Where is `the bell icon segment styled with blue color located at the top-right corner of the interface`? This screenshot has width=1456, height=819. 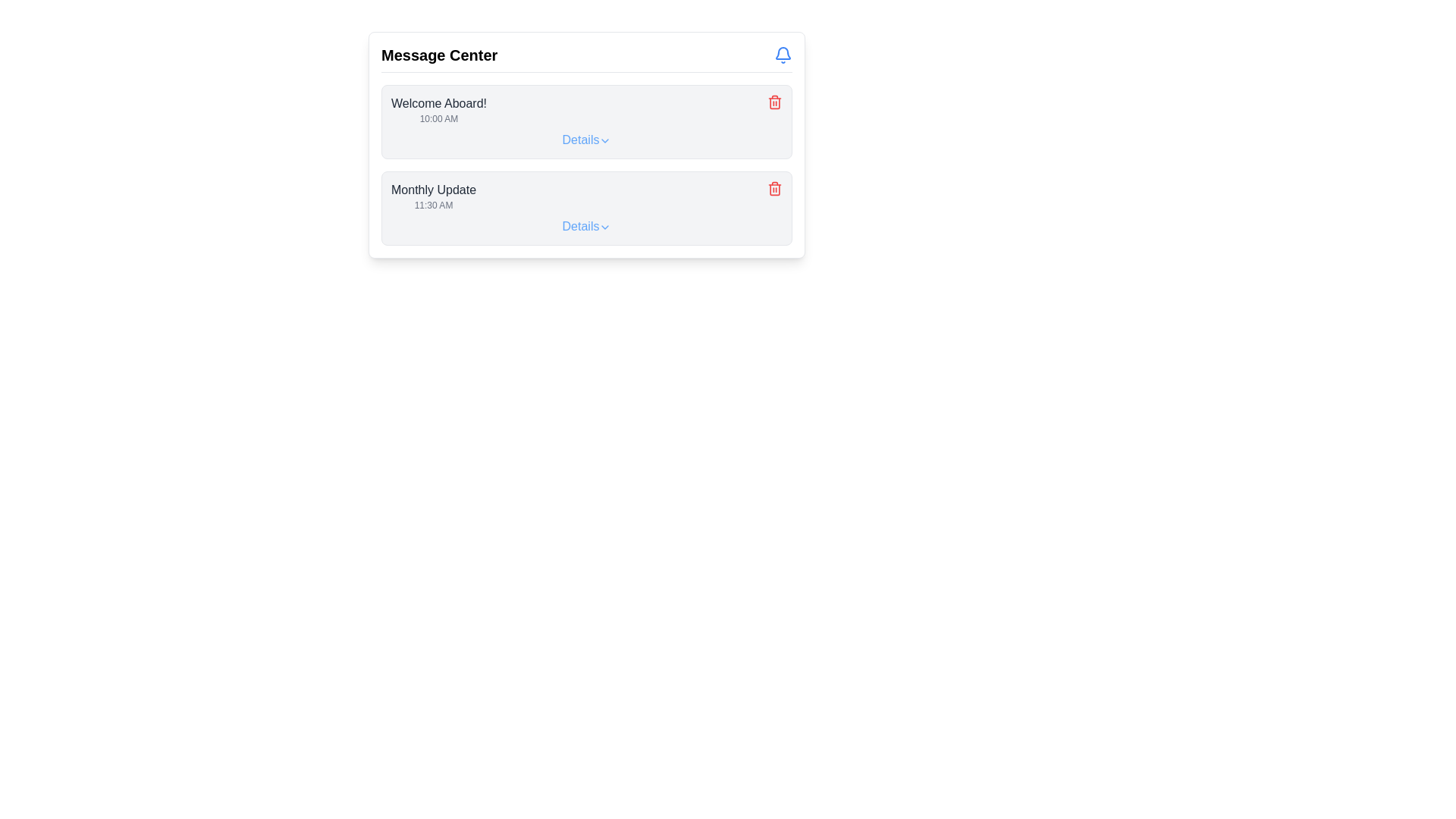 the bell icon segment styled with blue color located at the top-right corner of the interface is located at coordinates (783, 52).